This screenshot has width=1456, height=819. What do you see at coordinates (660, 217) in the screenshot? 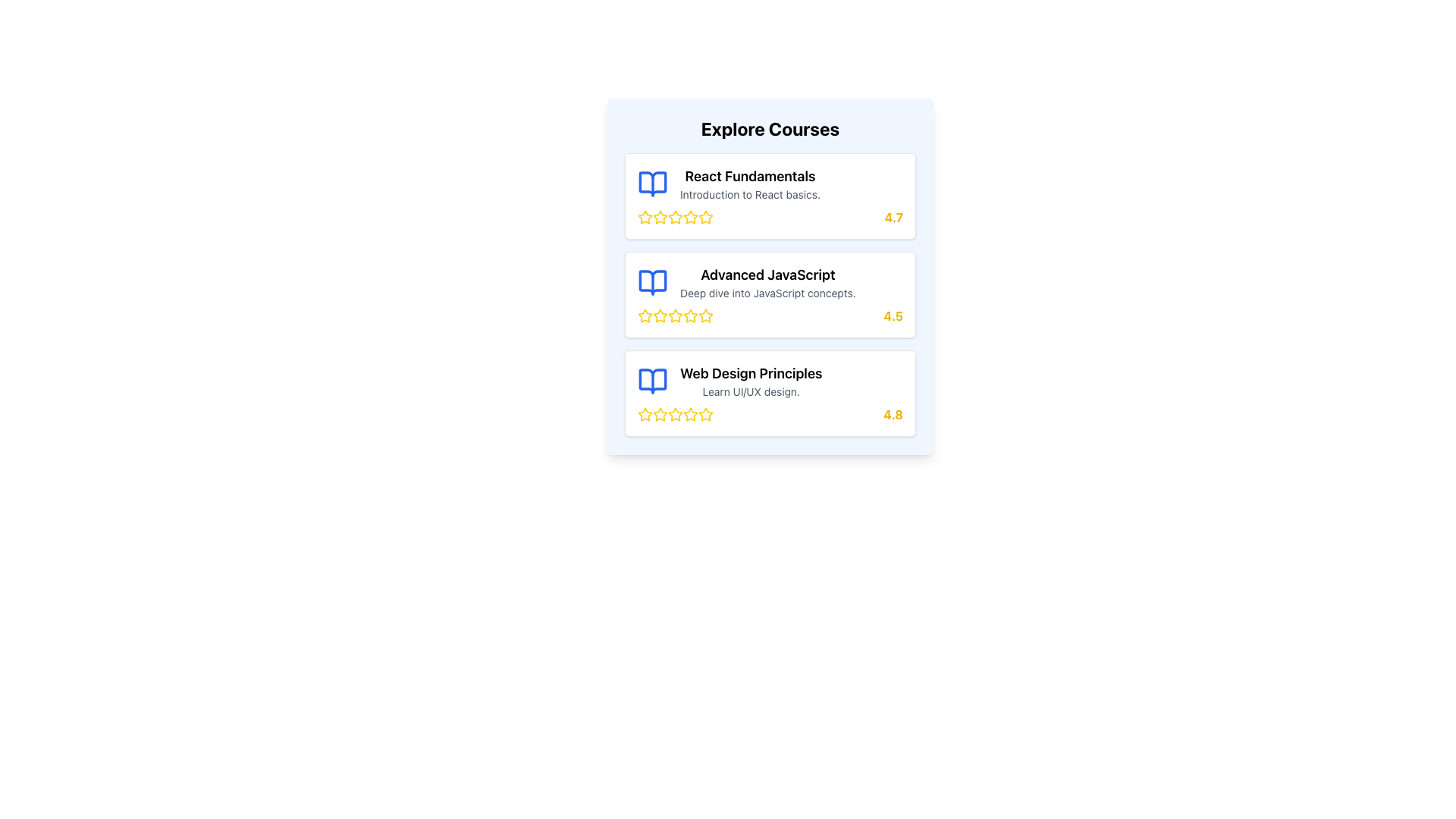
I see `the yellow star icon representing an individual rating point for the course 'React Fundamentals', which is the third star in a row of five stars` at bounding box center [660, 217].